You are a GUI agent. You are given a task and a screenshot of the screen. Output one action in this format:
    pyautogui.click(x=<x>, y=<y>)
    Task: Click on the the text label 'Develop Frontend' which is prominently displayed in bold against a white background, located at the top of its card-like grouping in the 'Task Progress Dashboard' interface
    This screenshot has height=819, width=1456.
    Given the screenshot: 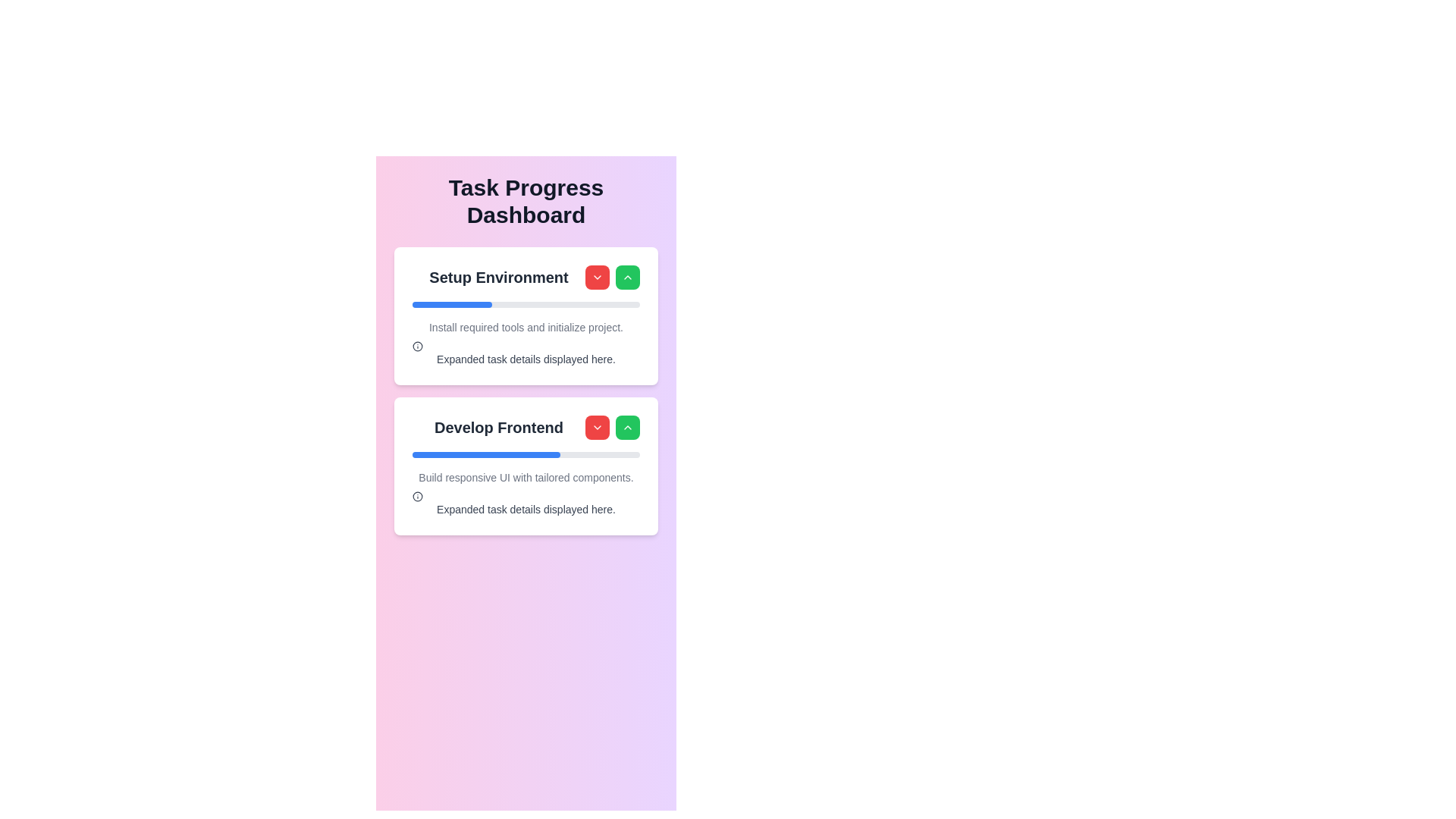 What is the action you would take?
    pyautogui.click(x=498, y=427)
    